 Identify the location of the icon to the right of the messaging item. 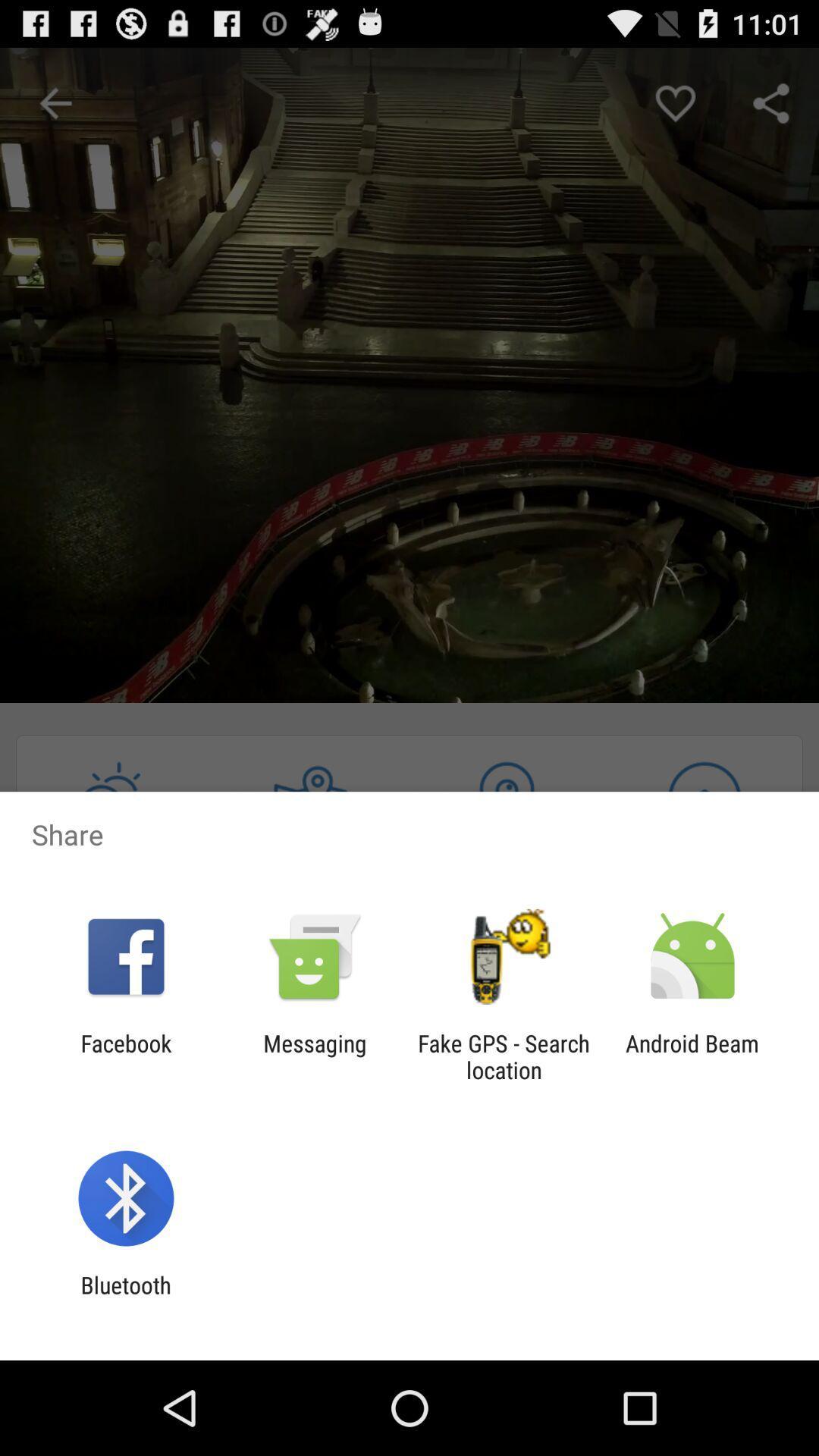
(504, 1056).